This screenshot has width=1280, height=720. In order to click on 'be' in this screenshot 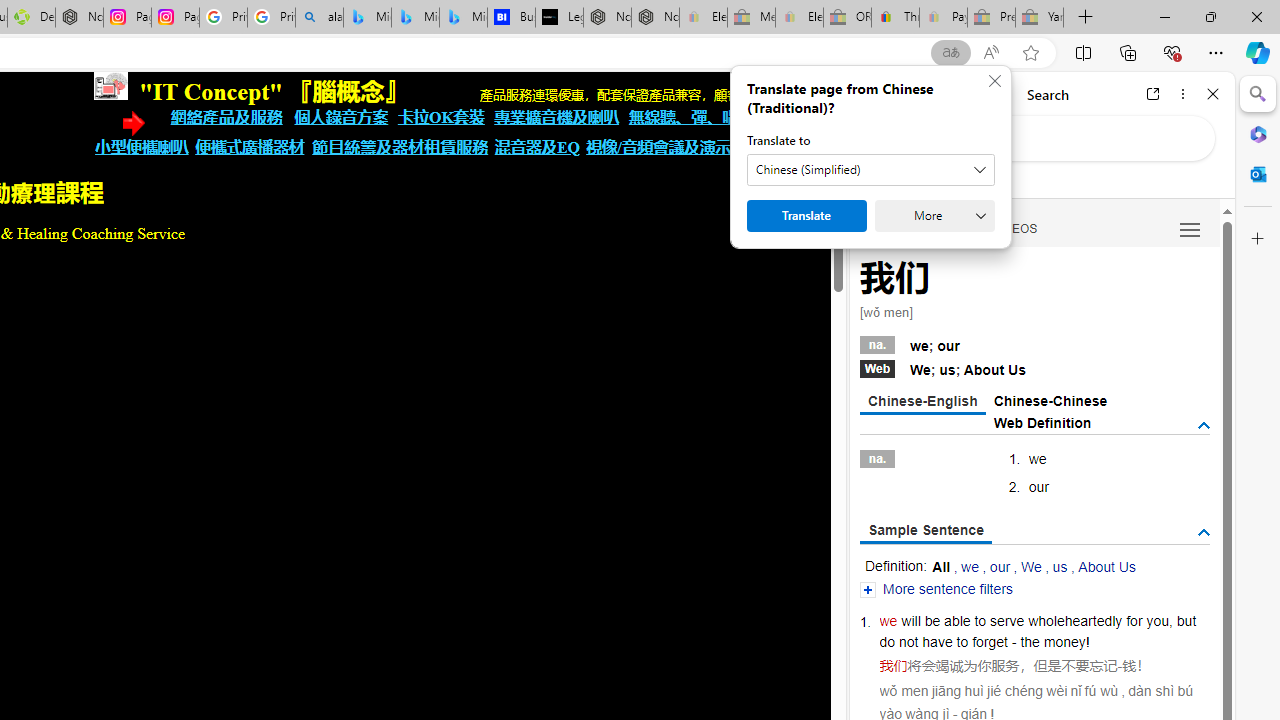, I will do `click(931, 620)`.